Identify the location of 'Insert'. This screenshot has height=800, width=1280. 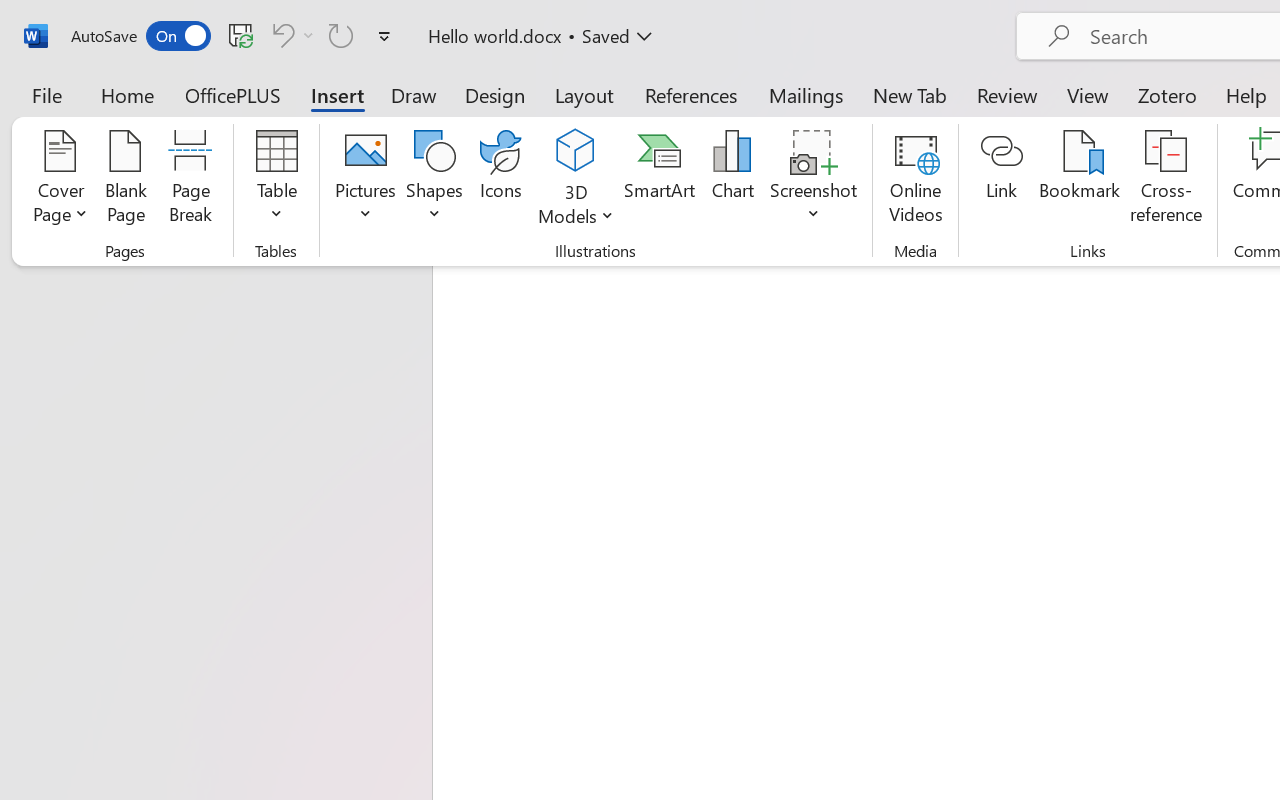
(337, 94).